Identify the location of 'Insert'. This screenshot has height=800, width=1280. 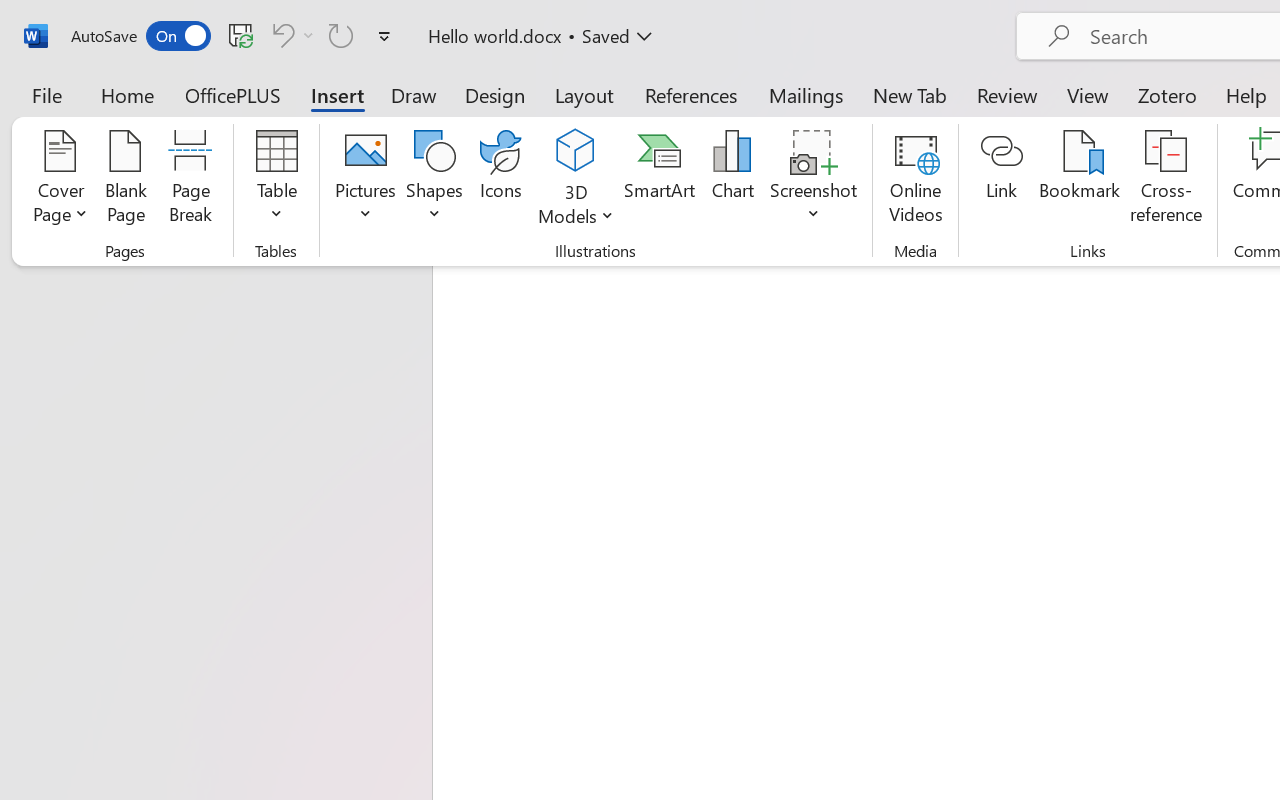
(337, 94).